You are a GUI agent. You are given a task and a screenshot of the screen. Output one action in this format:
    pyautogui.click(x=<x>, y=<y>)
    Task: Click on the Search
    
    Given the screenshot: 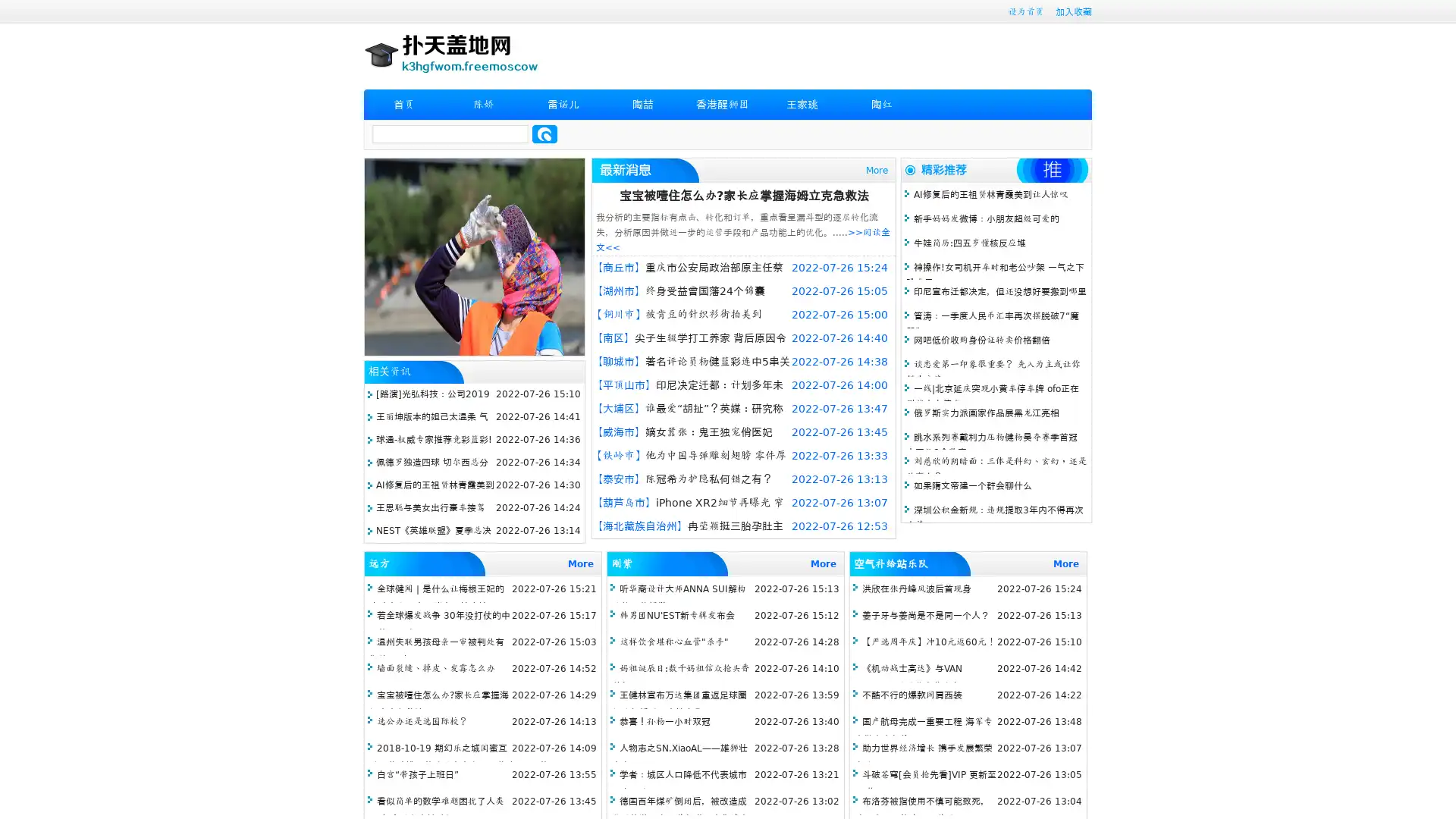 What is the action you would take?
    pyautogui.click(x=544, y=133)
    